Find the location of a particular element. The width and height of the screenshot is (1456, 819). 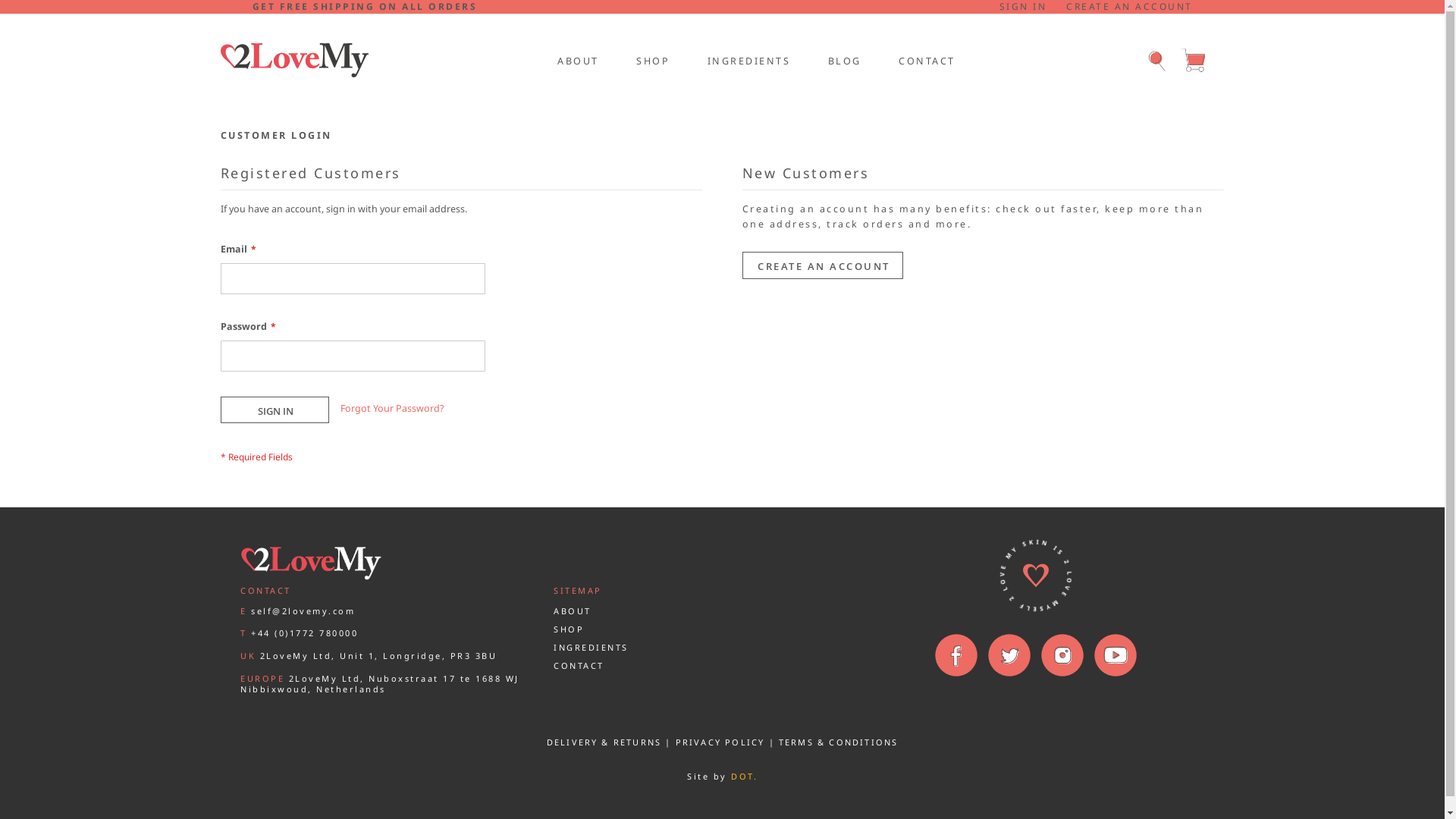

'You Tube' is located at coordinates (1115, 654).